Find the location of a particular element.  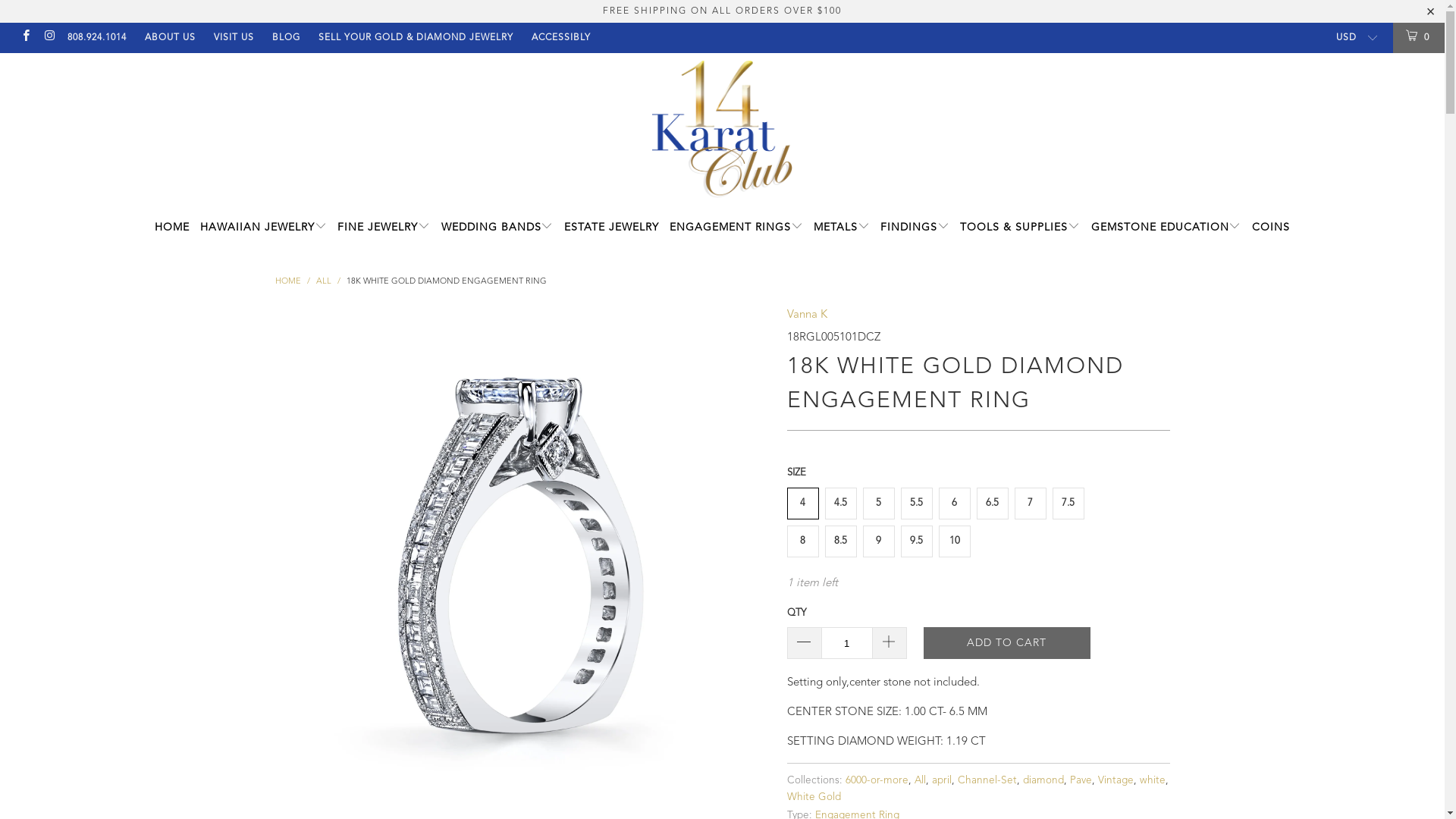

'FINDINGS' is located at coordinates (914, 227).